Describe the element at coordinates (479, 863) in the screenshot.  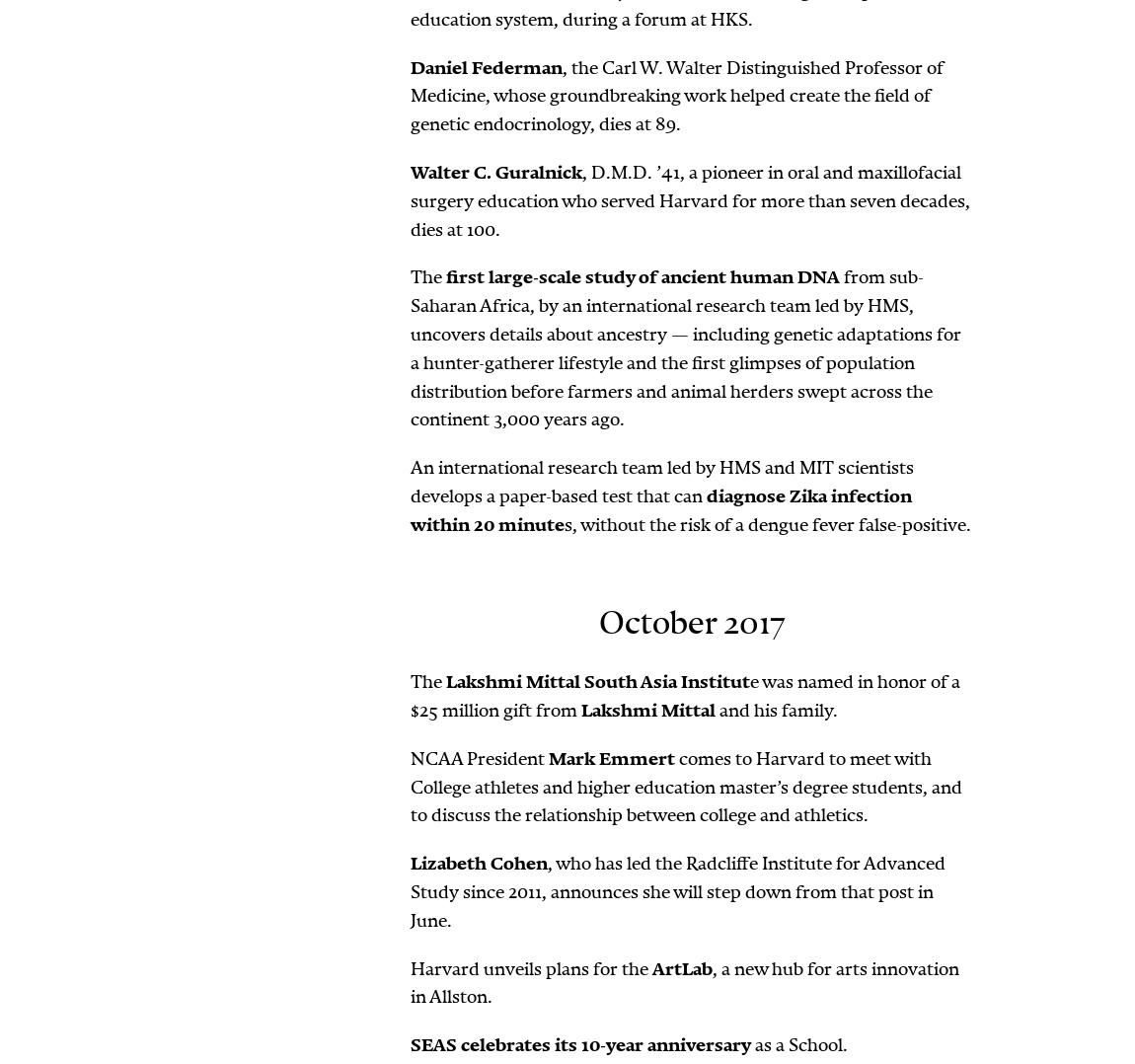
I see `'Lizabeth Cohen'` at that location.